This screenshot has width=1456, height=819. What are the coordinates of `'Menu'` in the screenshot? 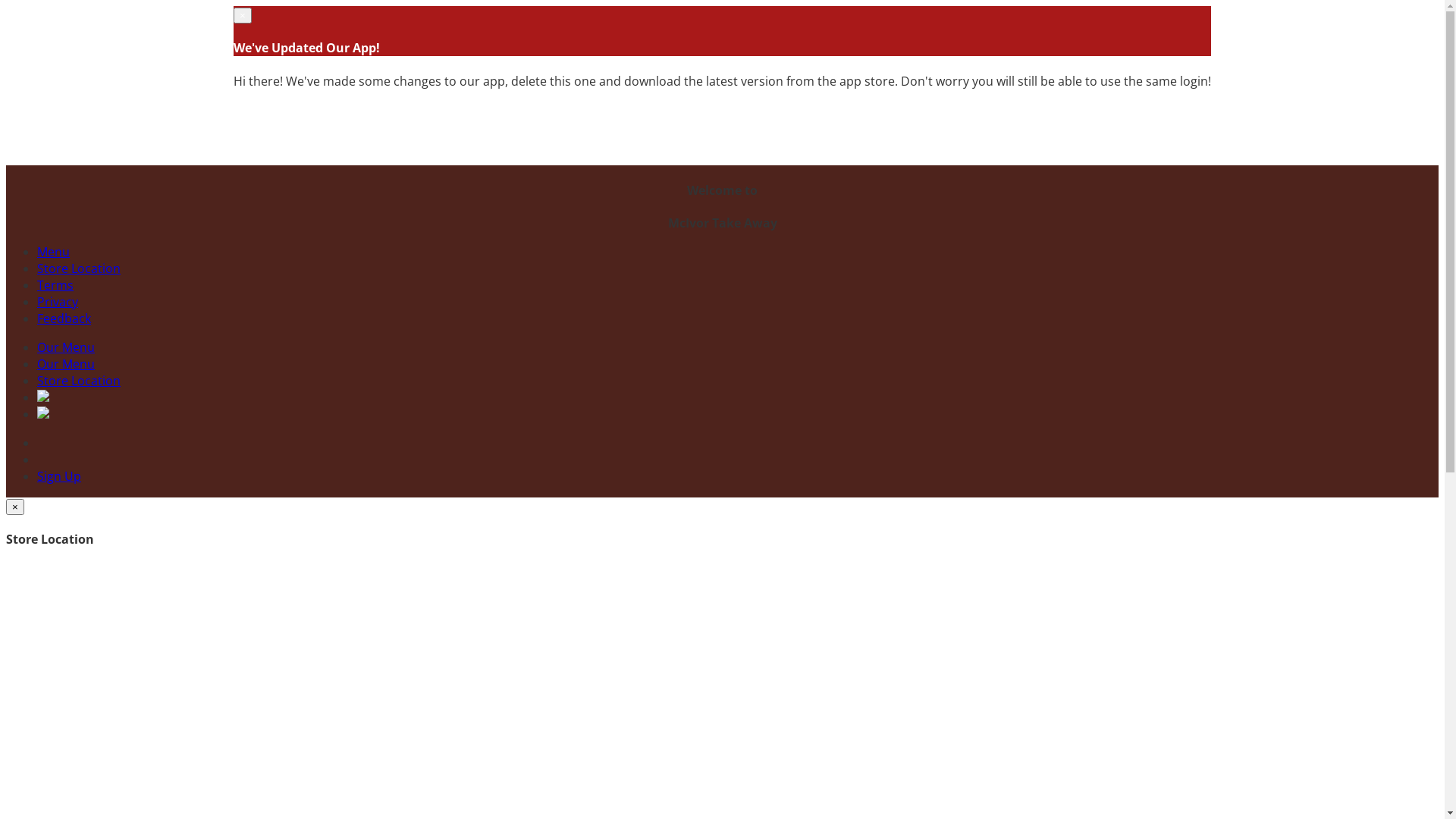 It's located at (36, 250).